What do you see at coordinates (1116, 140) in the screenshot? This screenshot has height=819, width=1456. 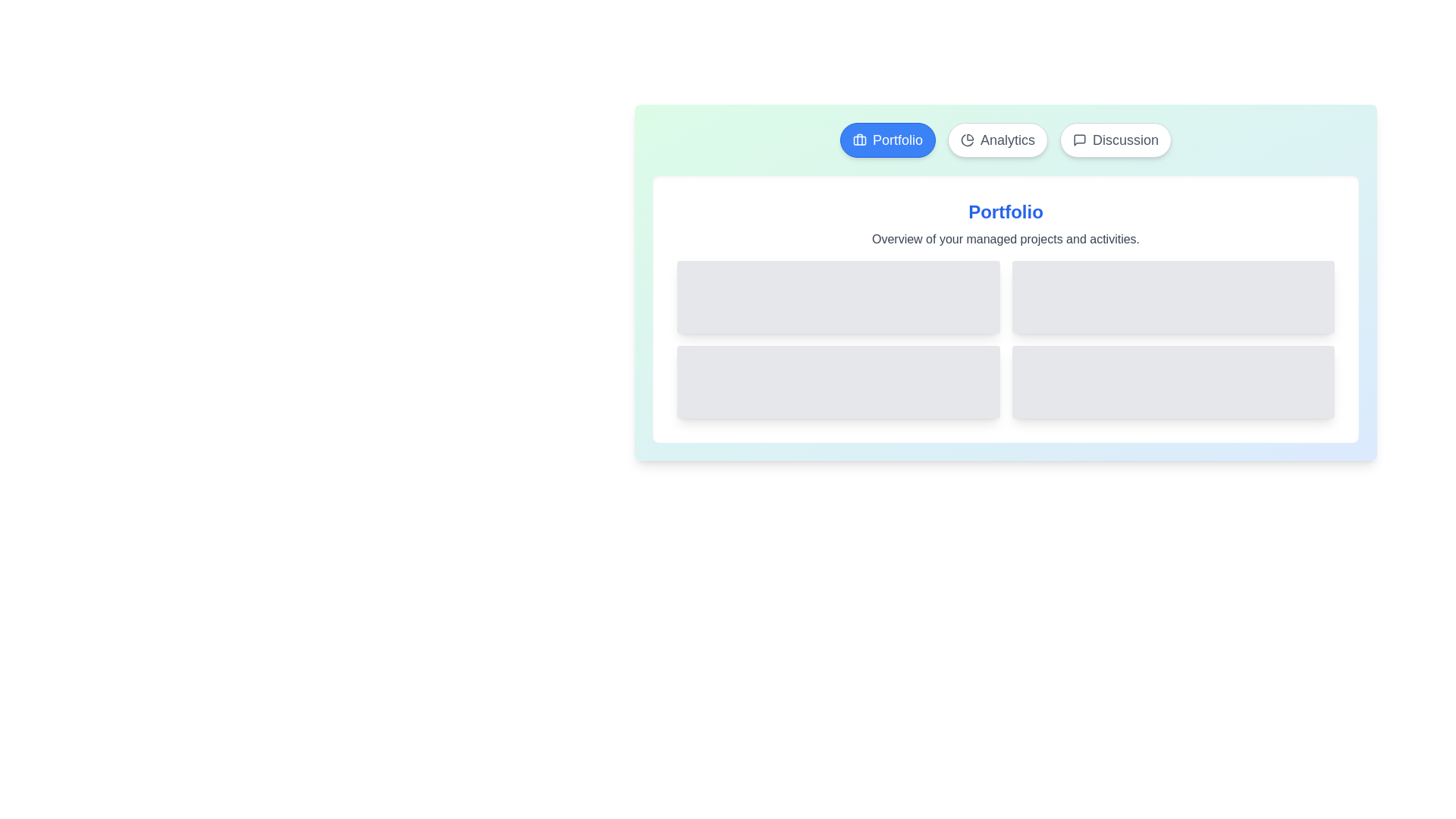 I see `the Discussion tab by clicking on its button` at bounding box center [1116, 140].